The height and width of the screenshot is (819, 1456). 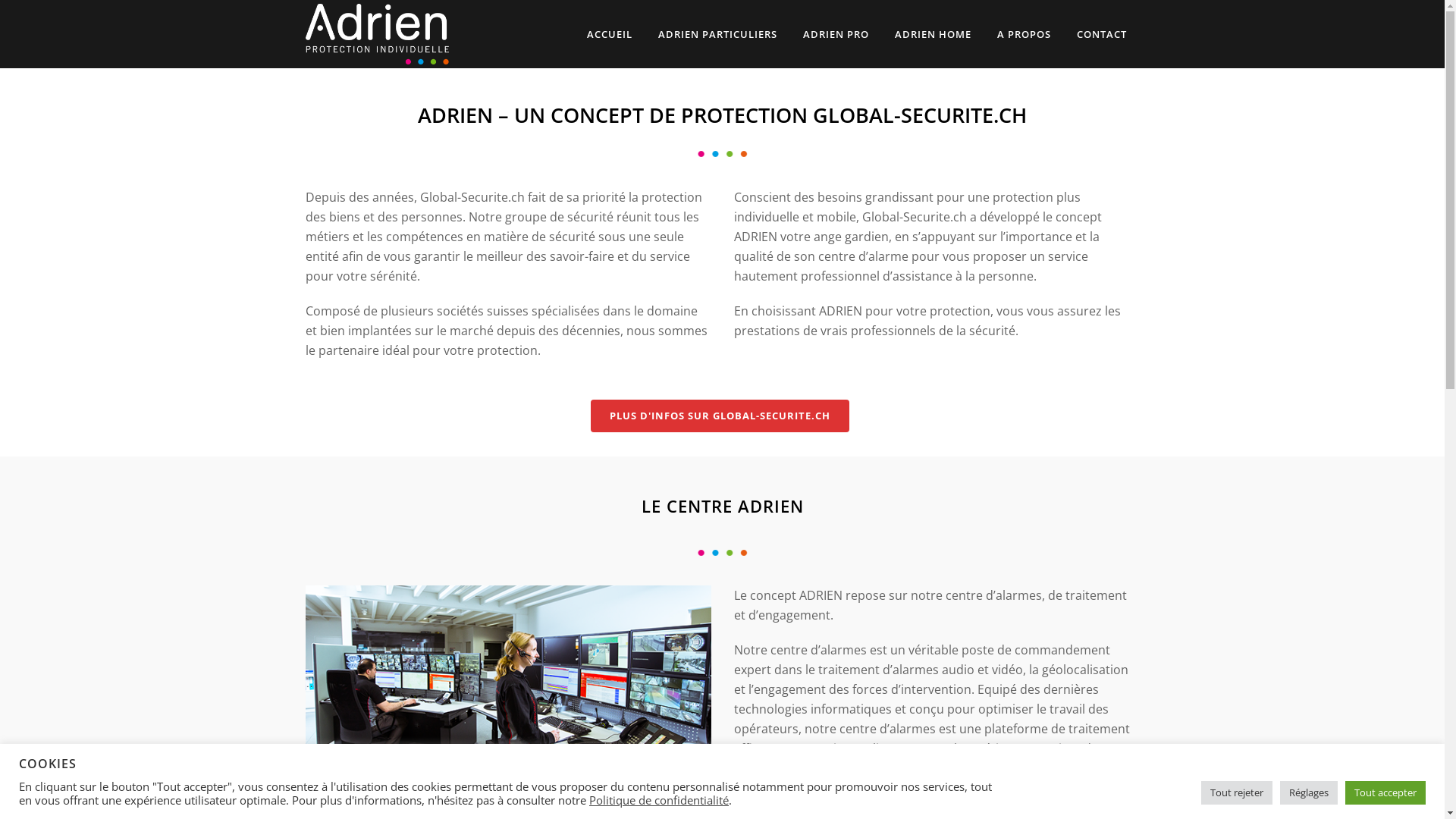 I want to click on 'ADRIEN PARTICULIERS', so click(x=716, y=34).